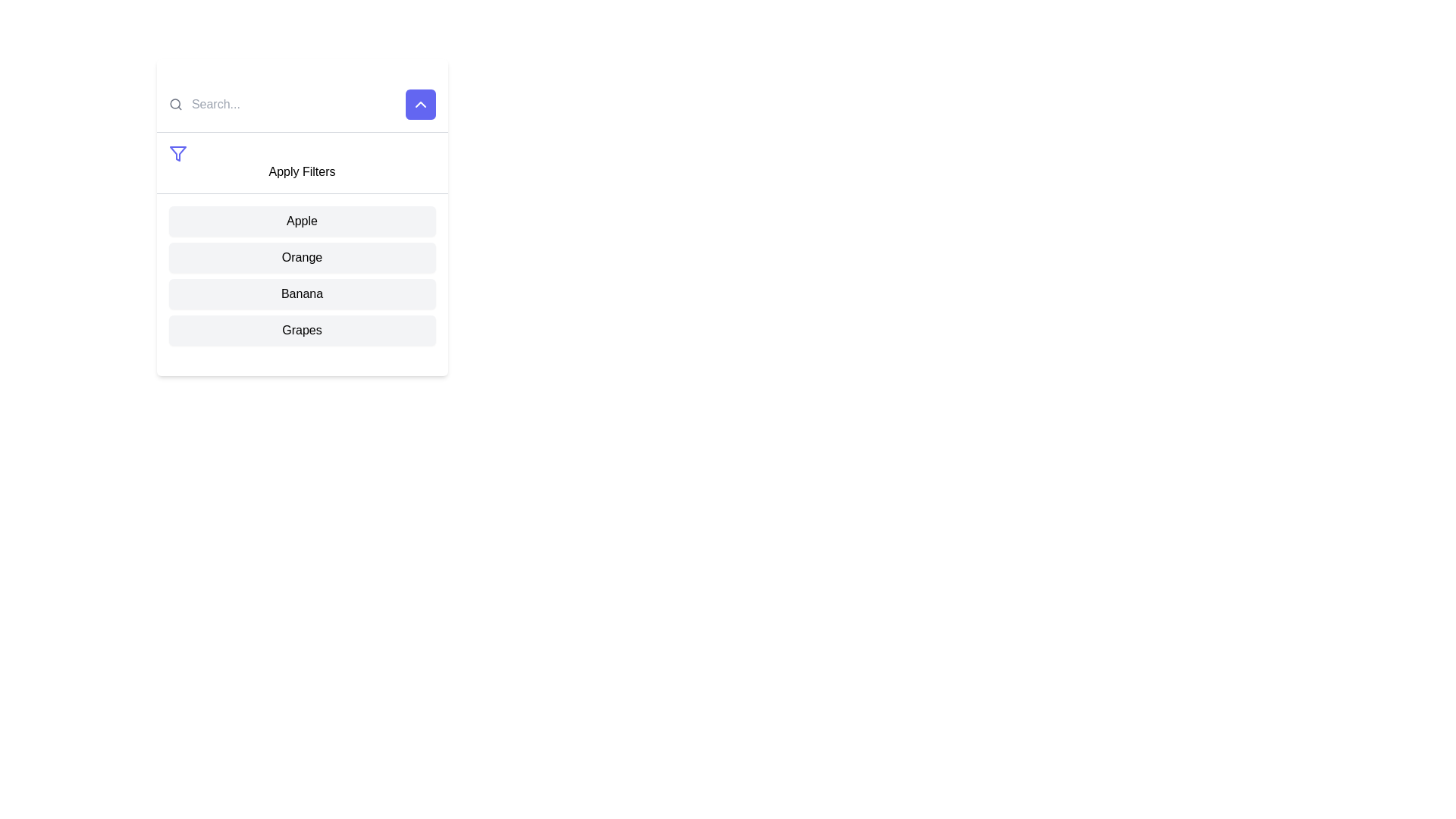  I want to click on the label or heading with an accompanying icon located in the main content area of the panel, directly beneath the search bar and above the fruit buttons, so click(302, 163).